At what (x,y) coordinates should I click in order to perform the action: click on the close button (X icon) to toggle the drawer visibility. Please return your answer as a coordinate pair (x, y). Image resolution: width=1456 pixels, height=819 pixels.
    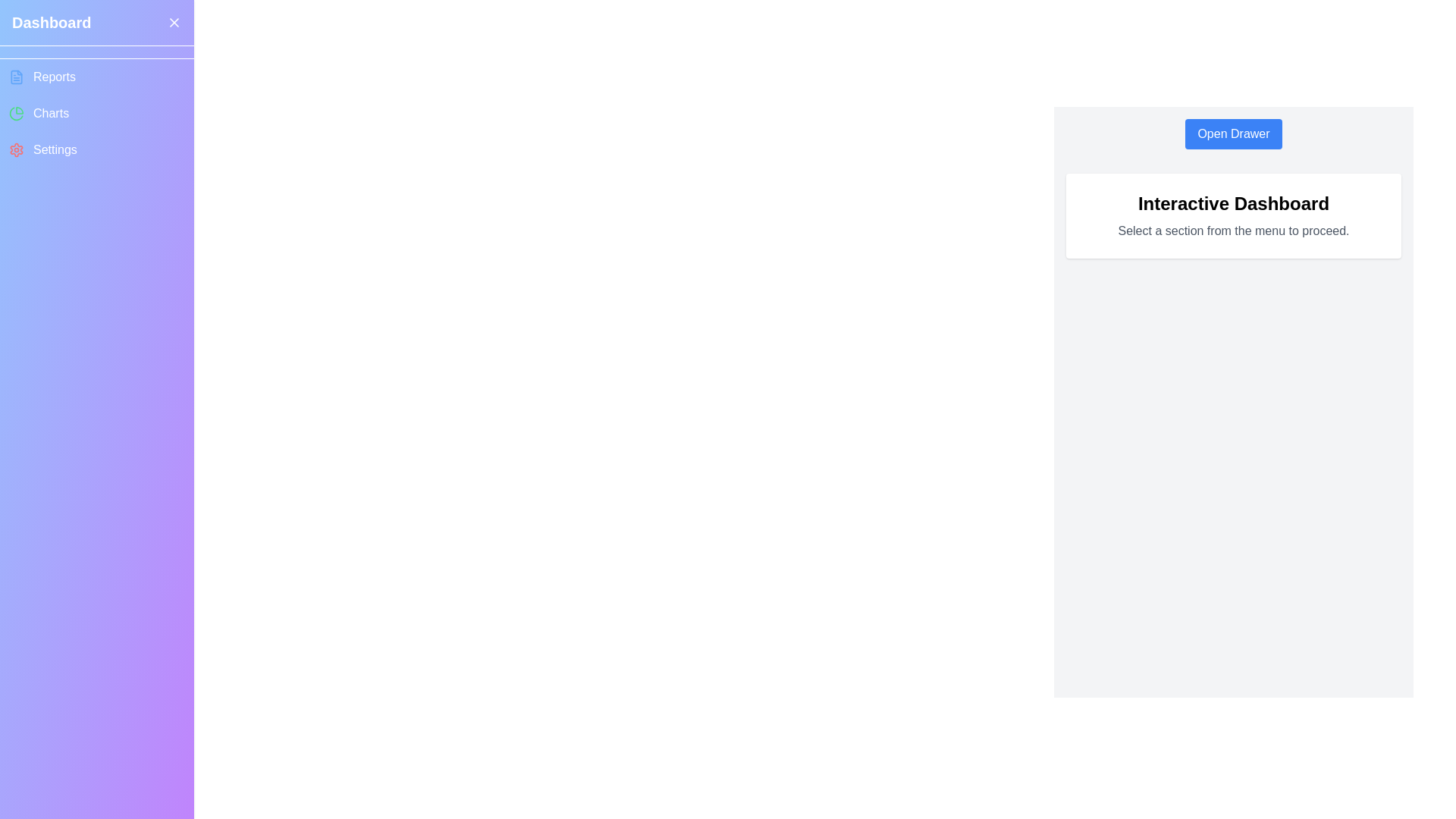
    Looking at the image, I should click on (174, 23).